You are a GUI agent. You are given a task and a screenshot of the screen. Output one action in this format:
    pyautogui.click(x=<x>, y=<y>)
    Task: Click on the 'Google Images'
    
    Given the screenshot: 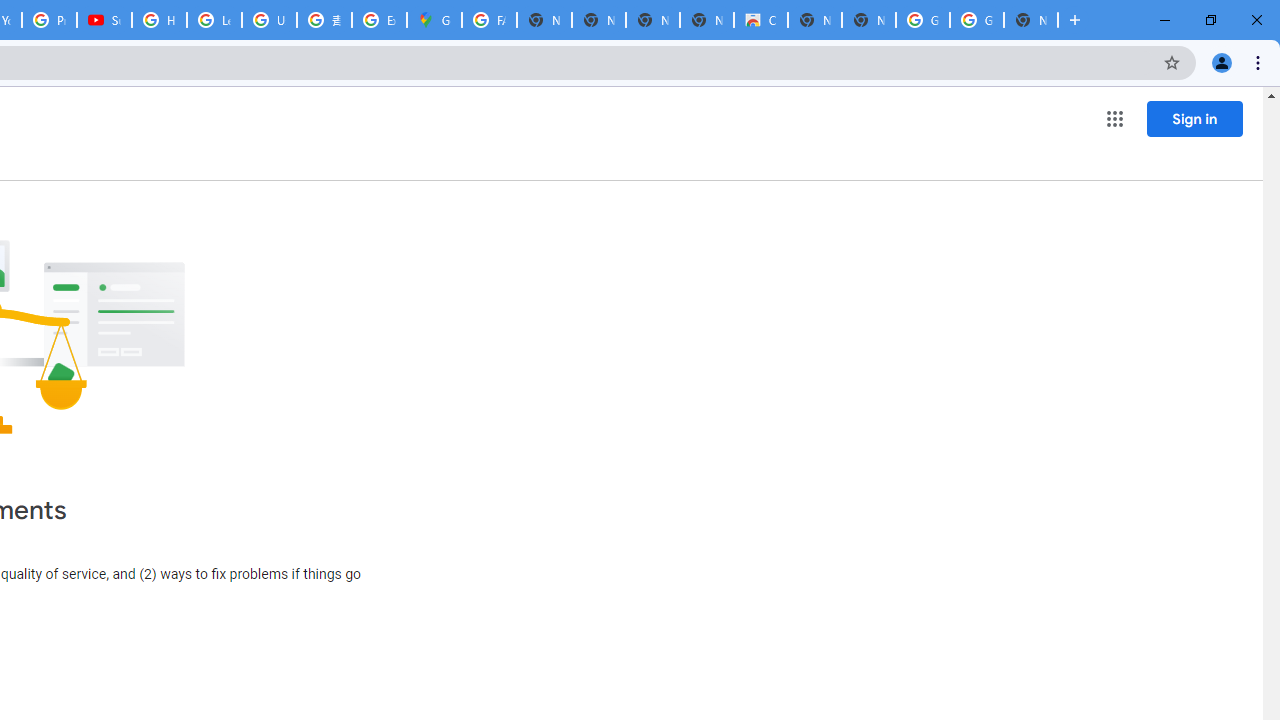 What is the action you would take?
    pyautogui.click(x=976, y=20)
    